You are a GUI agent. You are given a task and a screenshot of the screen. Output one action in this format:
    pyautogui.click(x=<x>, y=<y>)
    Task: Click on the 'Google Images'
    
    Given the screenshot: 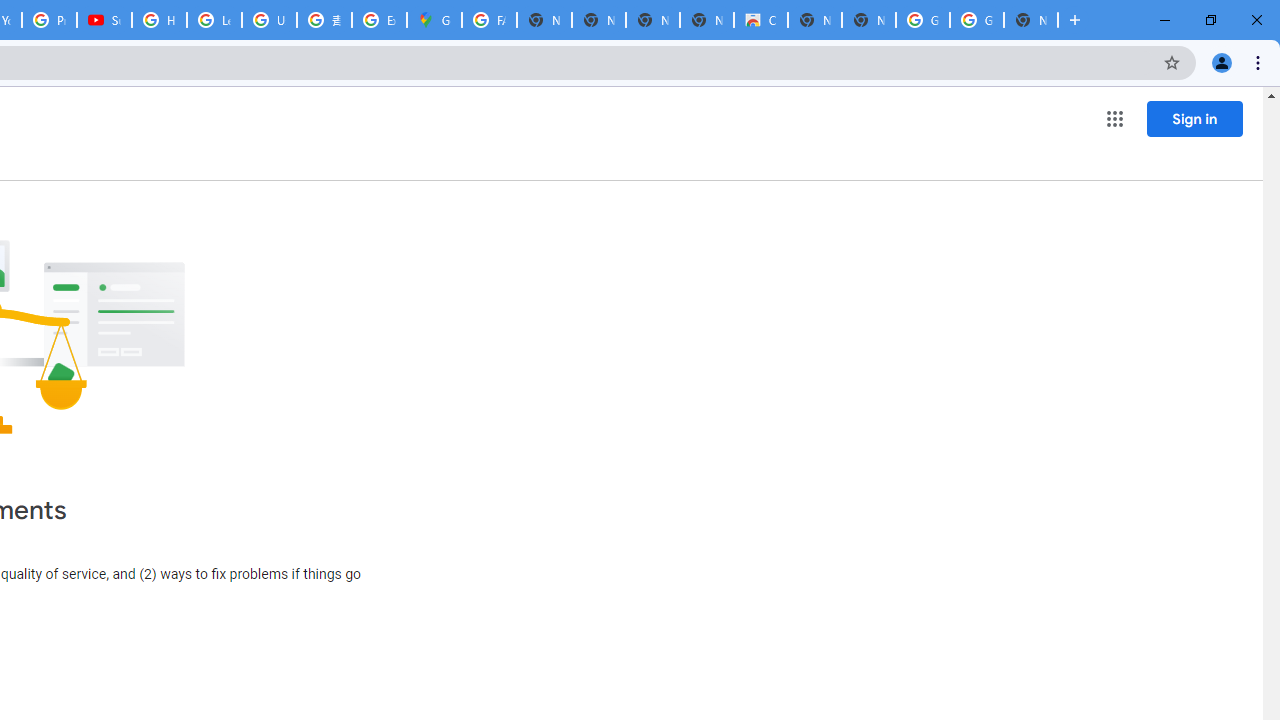 What is the action you would take?
    pyautogui.click(x=976, y=20)
    